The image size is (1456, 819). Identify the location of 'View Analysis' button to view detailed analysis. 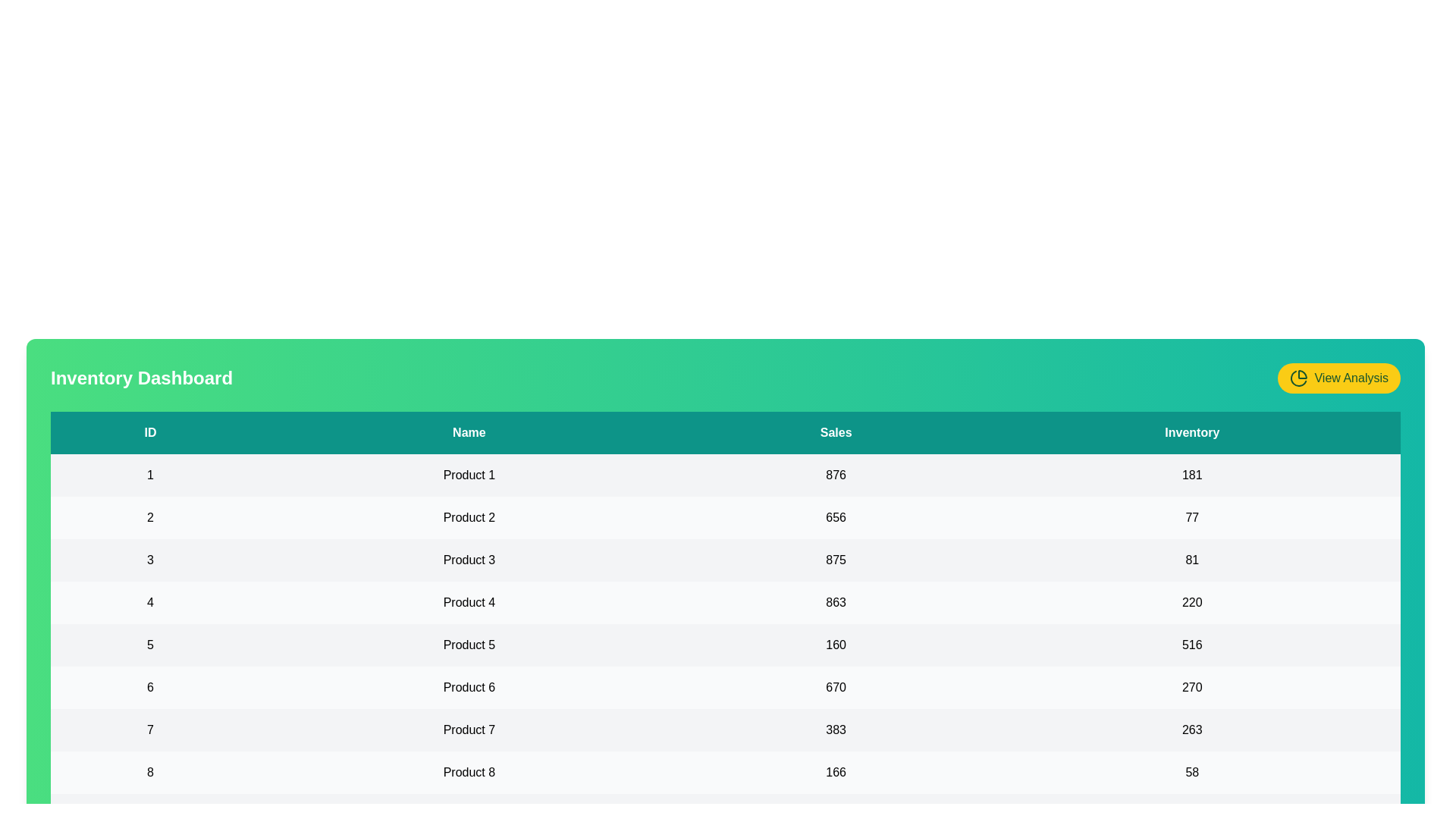
(1339, 377).